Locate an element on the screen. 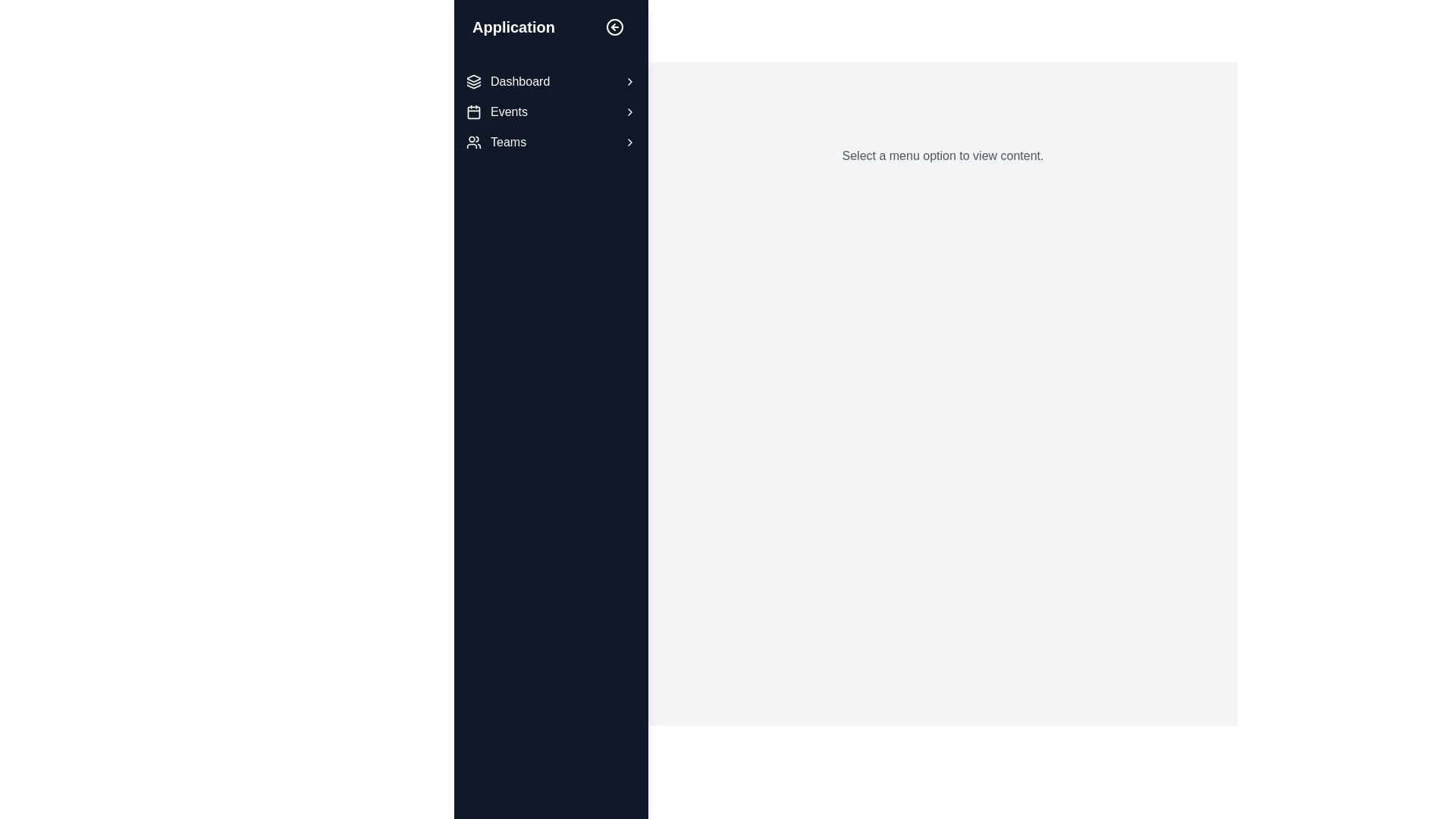 This screenshot has width=1456, height=819. the icon representing a group of individuals, which is located to the left of the 'Teams' label in the sidebar menu, to trigger a tooltip is located at coordinates (472, 143).